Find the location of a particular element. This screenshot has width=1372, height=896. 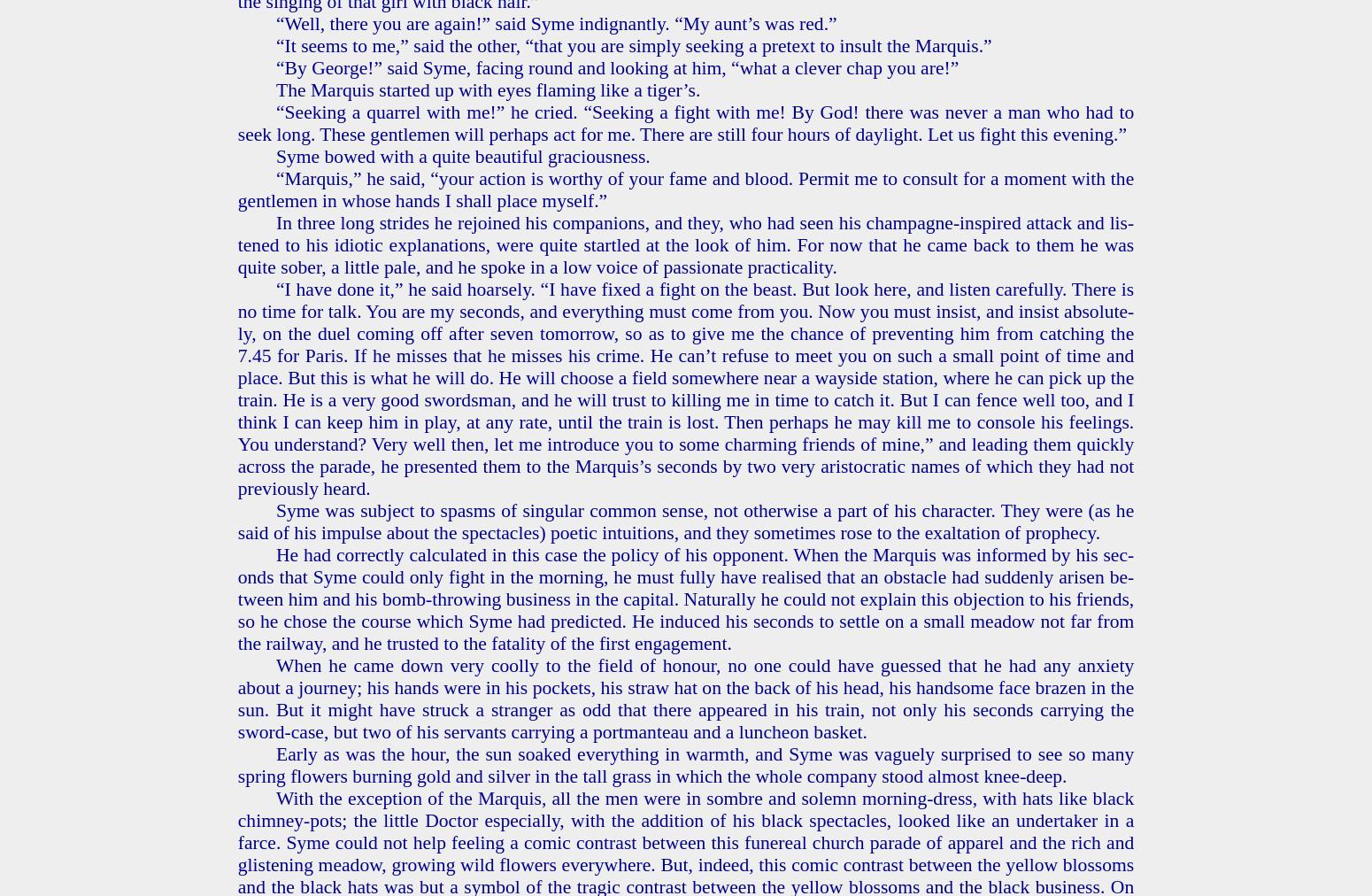

'“Mar­quis,” he said, “your ac­tion is wor­thy of your fame and blood. Per­mit me to con­sult for a mo­ment with the gen­tle­men in whose hands I shall place my­self.”' is located at coordinates (685, 189).